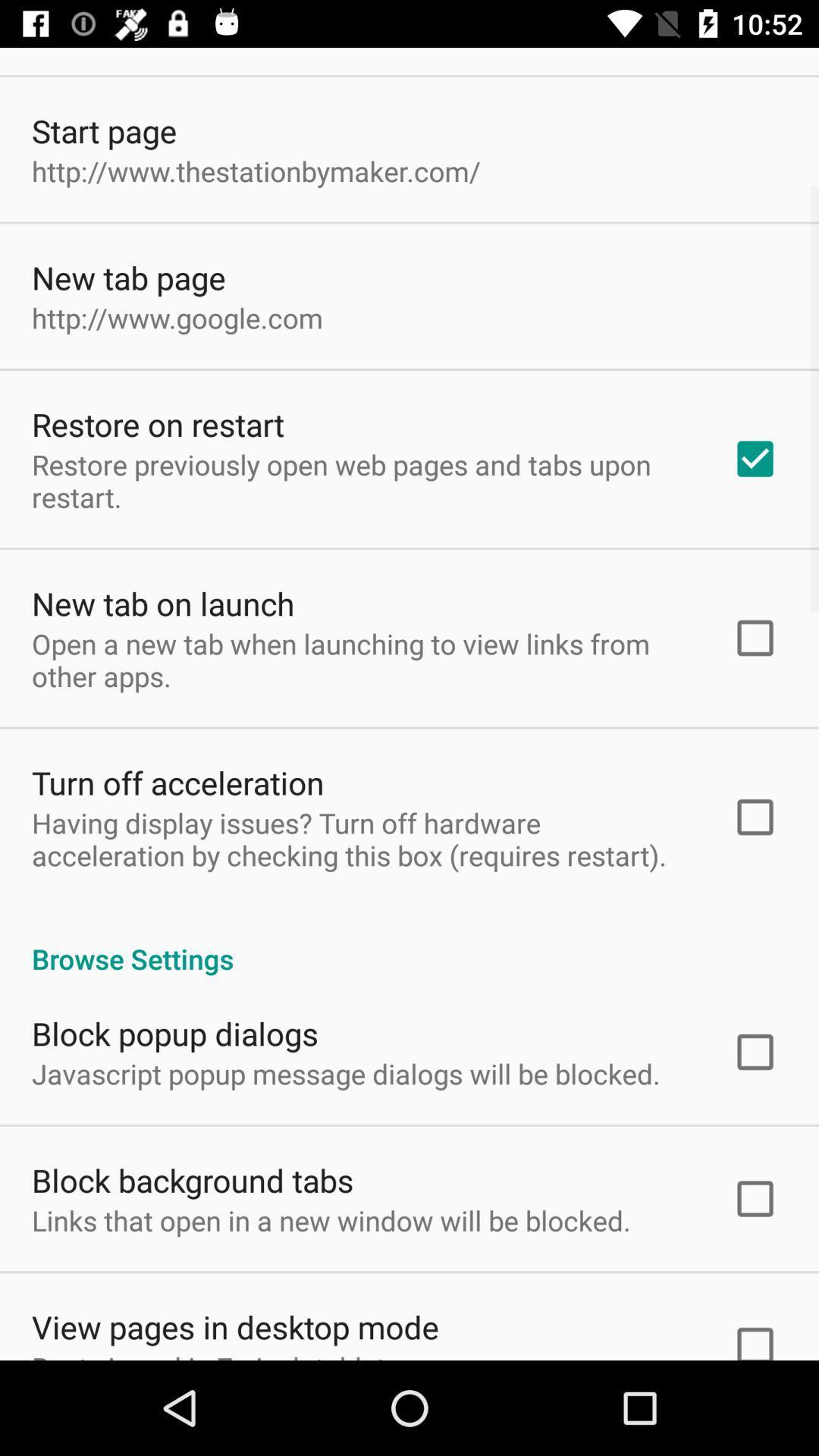  I want to click on the item below the javascript popup message, so click(192, 1179).